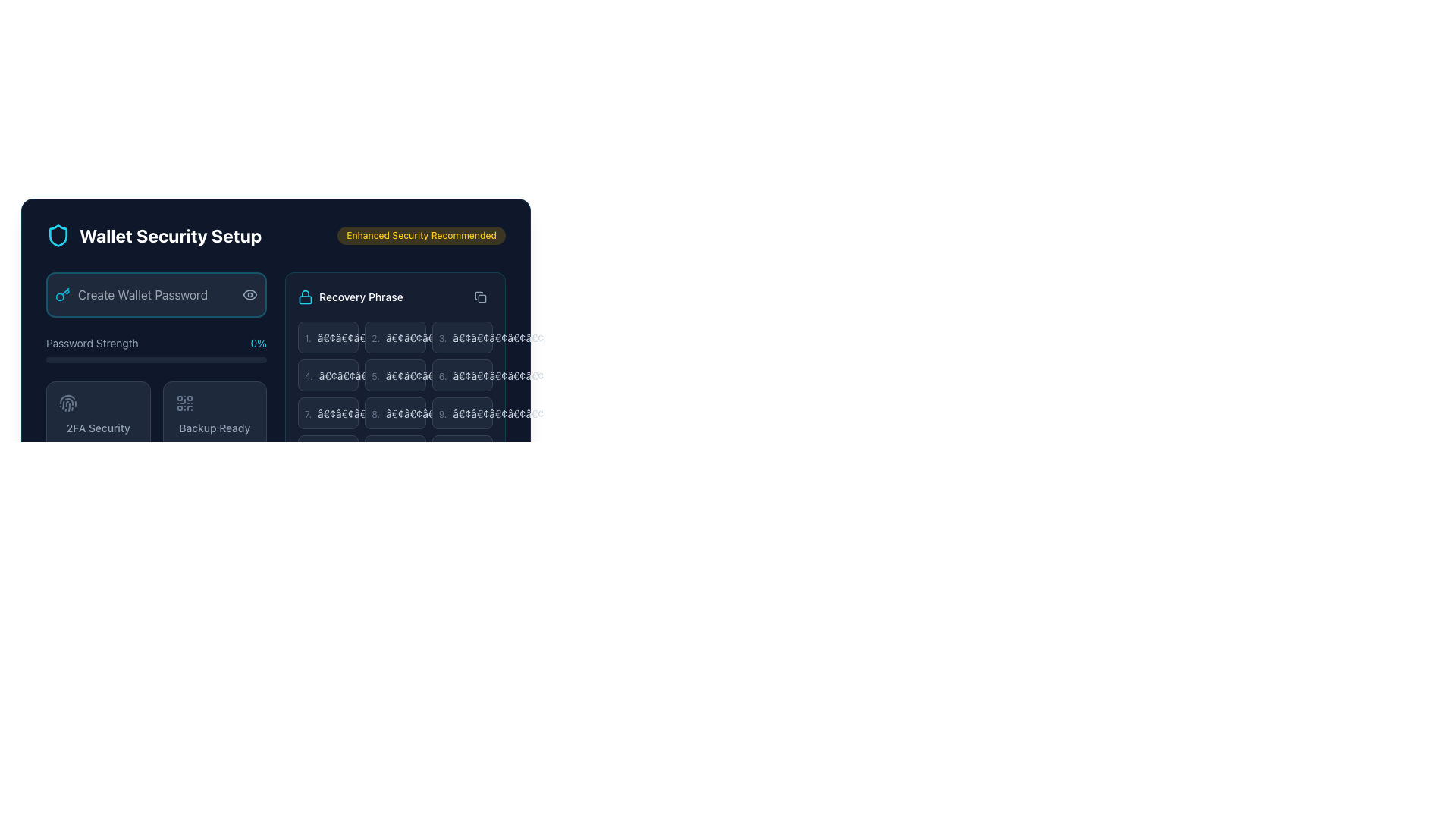  I want to click on text display element styled with a small font size and light gray color, which appears as a placeholder next to the number '4.' in the 'Recovery Phrase' section, so click(364, 375).